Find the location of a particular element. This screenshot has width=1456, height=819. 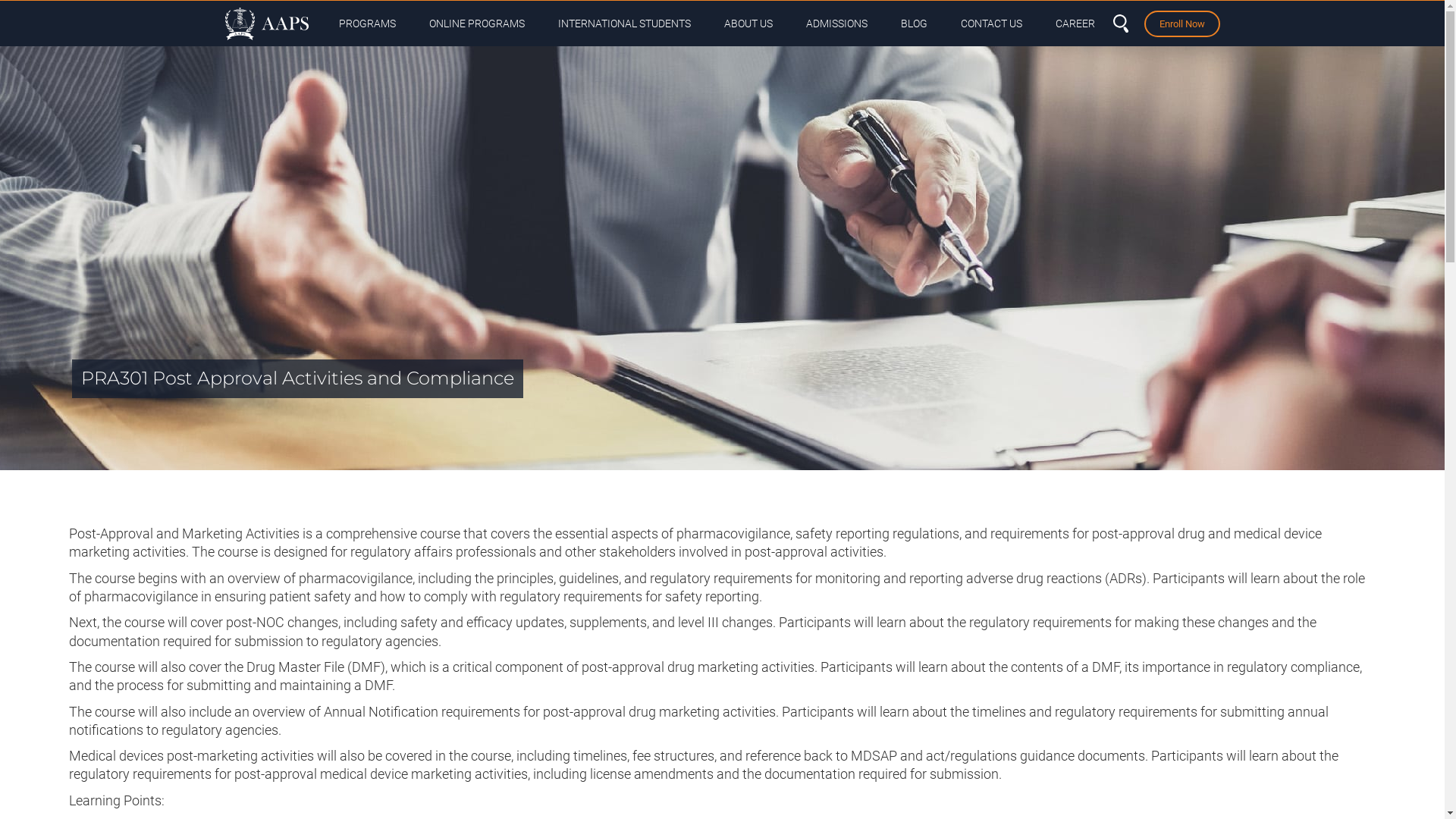

'CONTACT US' is located at coordinates (990, 23).